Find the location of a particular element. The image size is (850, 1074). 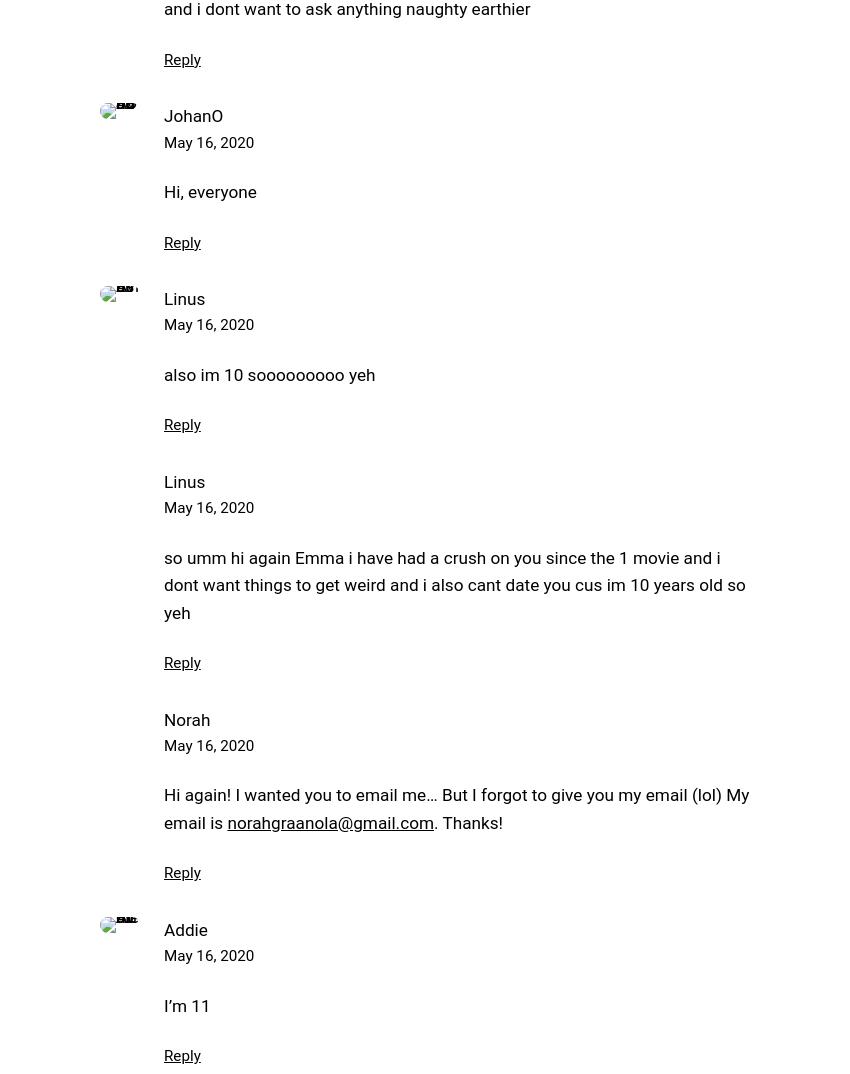

'JohanO' is located at coordinates (192, 114).